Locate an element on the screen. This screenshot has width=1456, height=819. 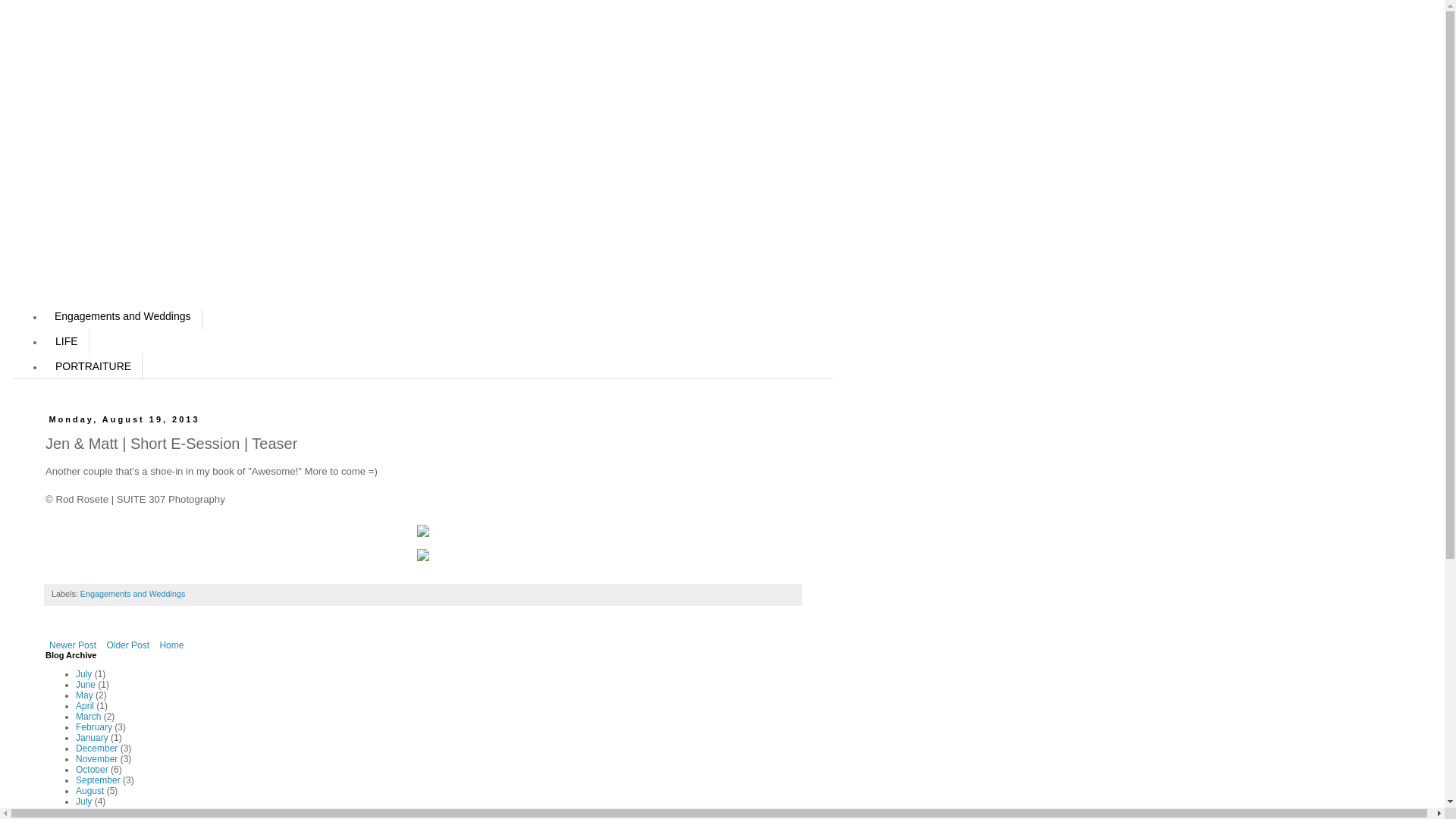
'Older Post' is located at coordinates (127, 645).